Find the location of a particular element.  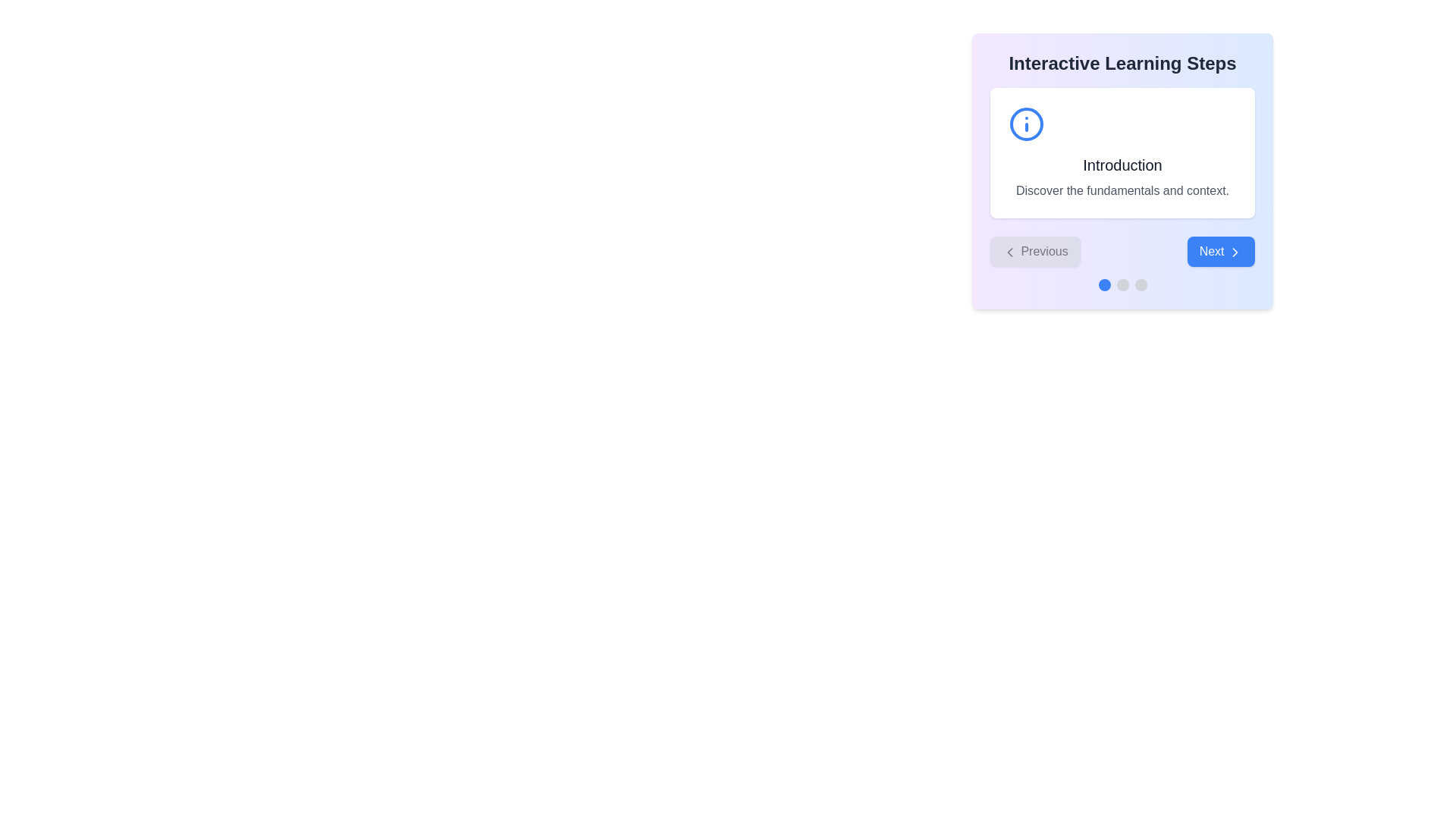

the 'Previous' button with a gray background and left-pointing chevron icon is located at coordinates (1034, 250).